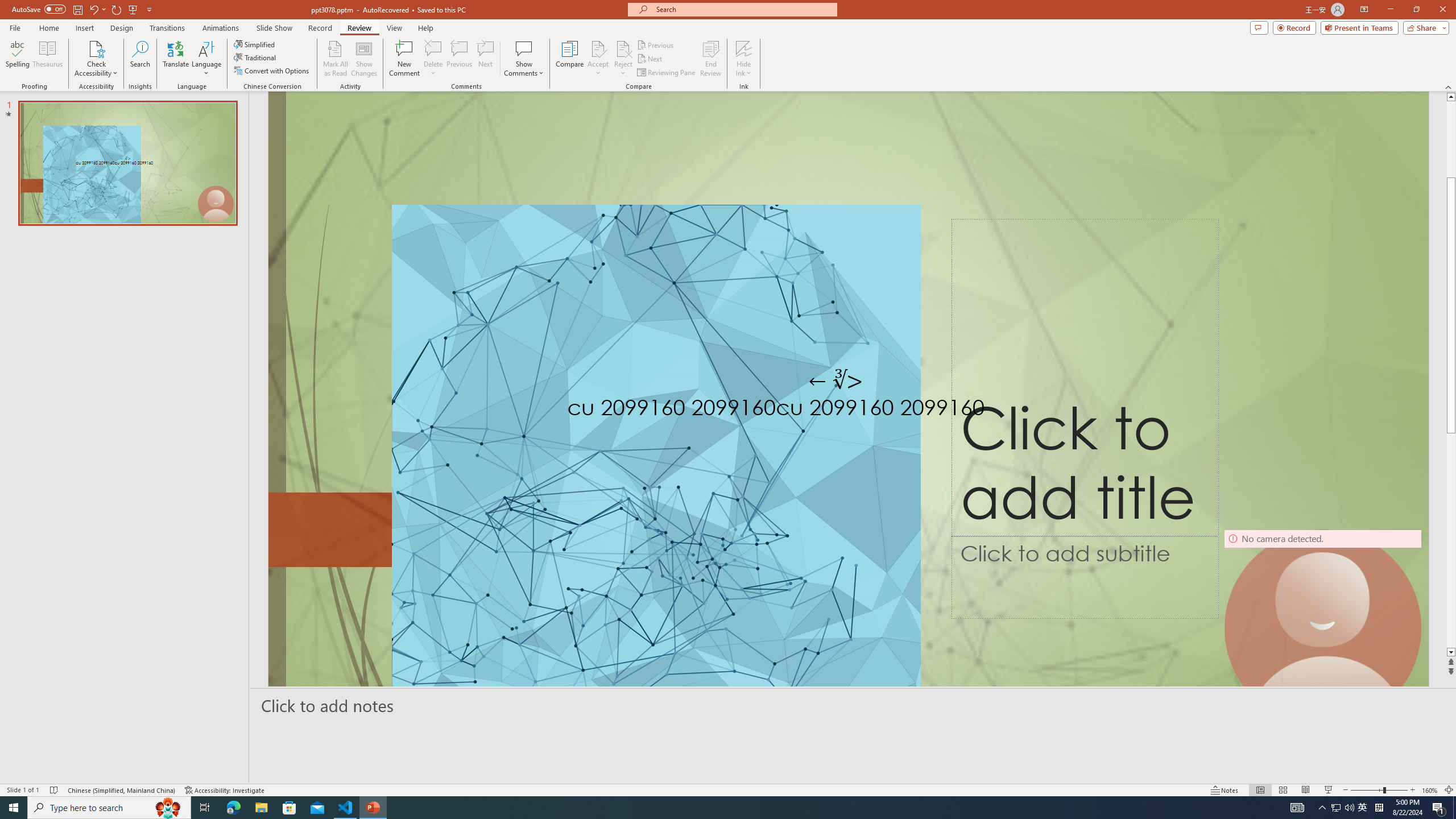  I want to click on 'Show Changes', so click(364, 59).